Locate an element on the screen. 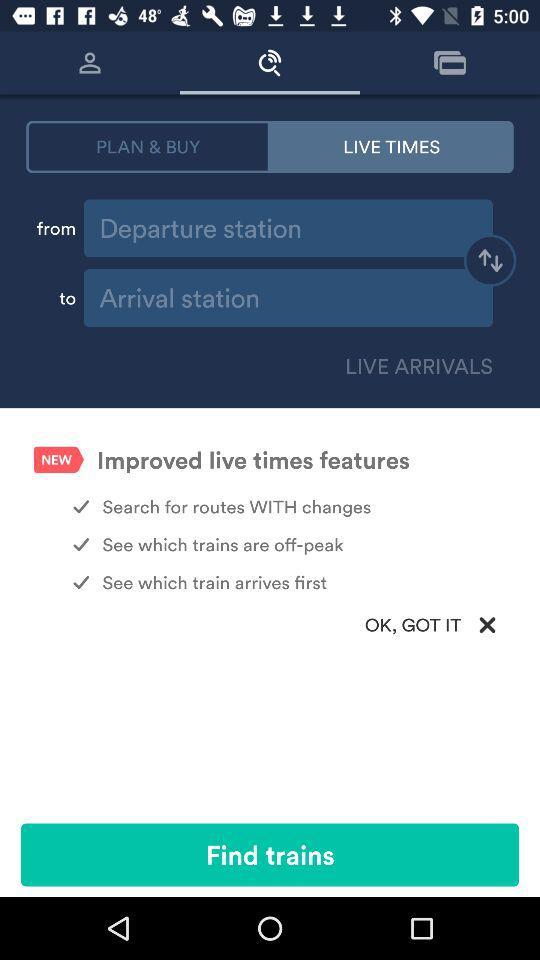 The width and height of the screenshot is (540, 960). input text destination is located at coordinates (287, 297).